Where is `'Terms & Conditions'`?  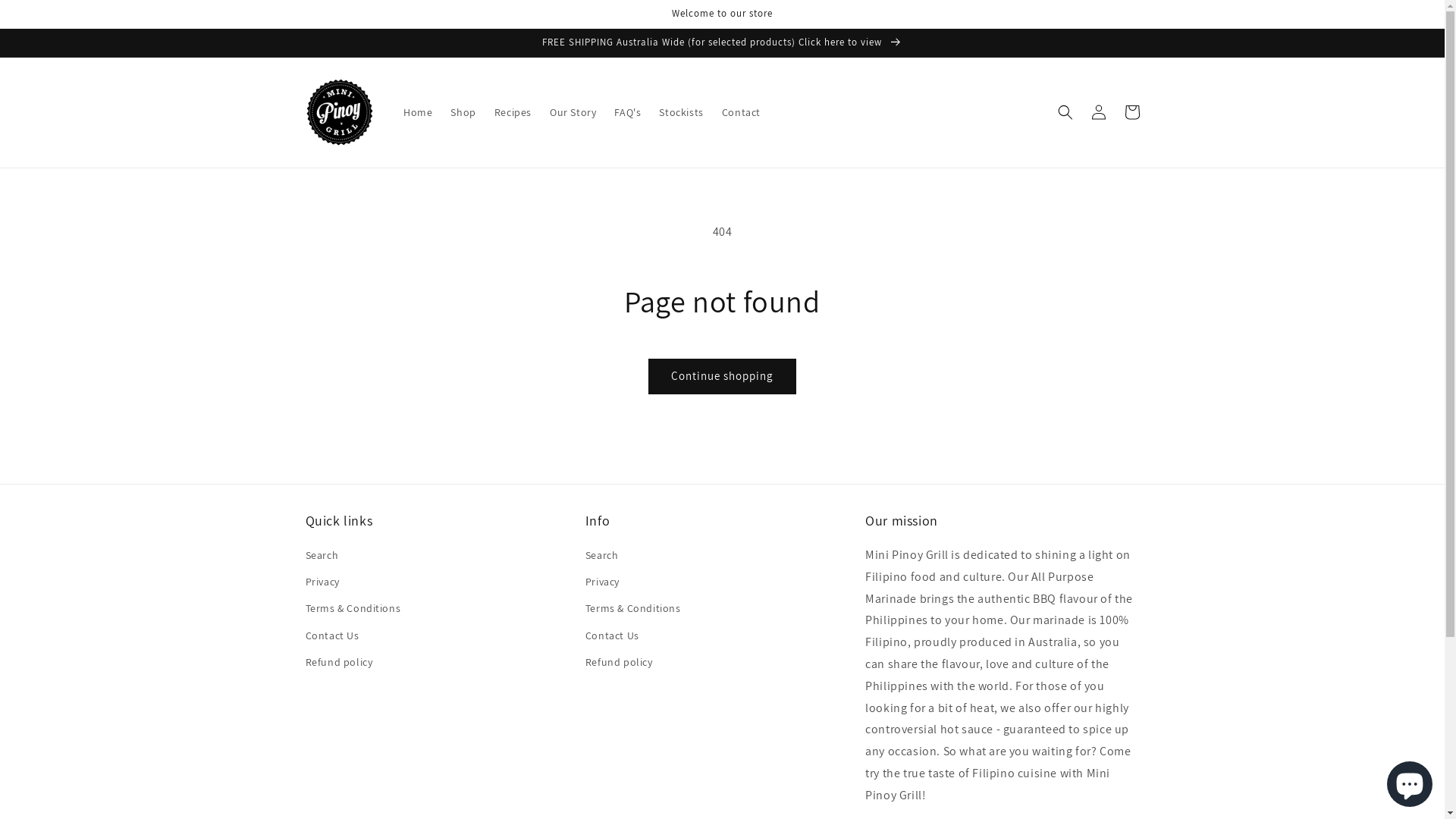
'Terms & Conditions' is located at coordinates (633, 607).